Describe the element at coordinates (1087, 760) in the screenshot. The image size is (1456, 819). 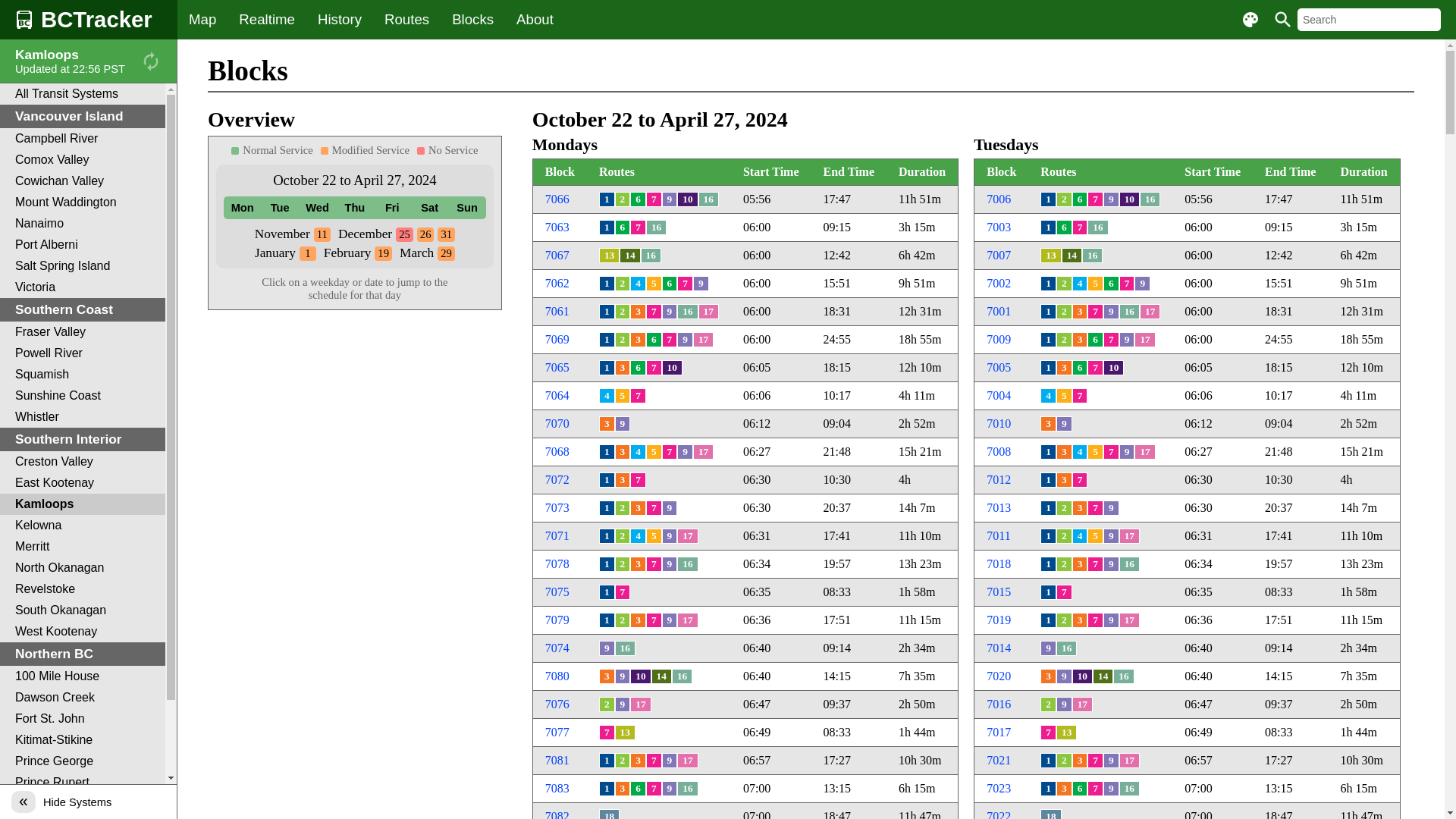
I see `'7'` at that location.